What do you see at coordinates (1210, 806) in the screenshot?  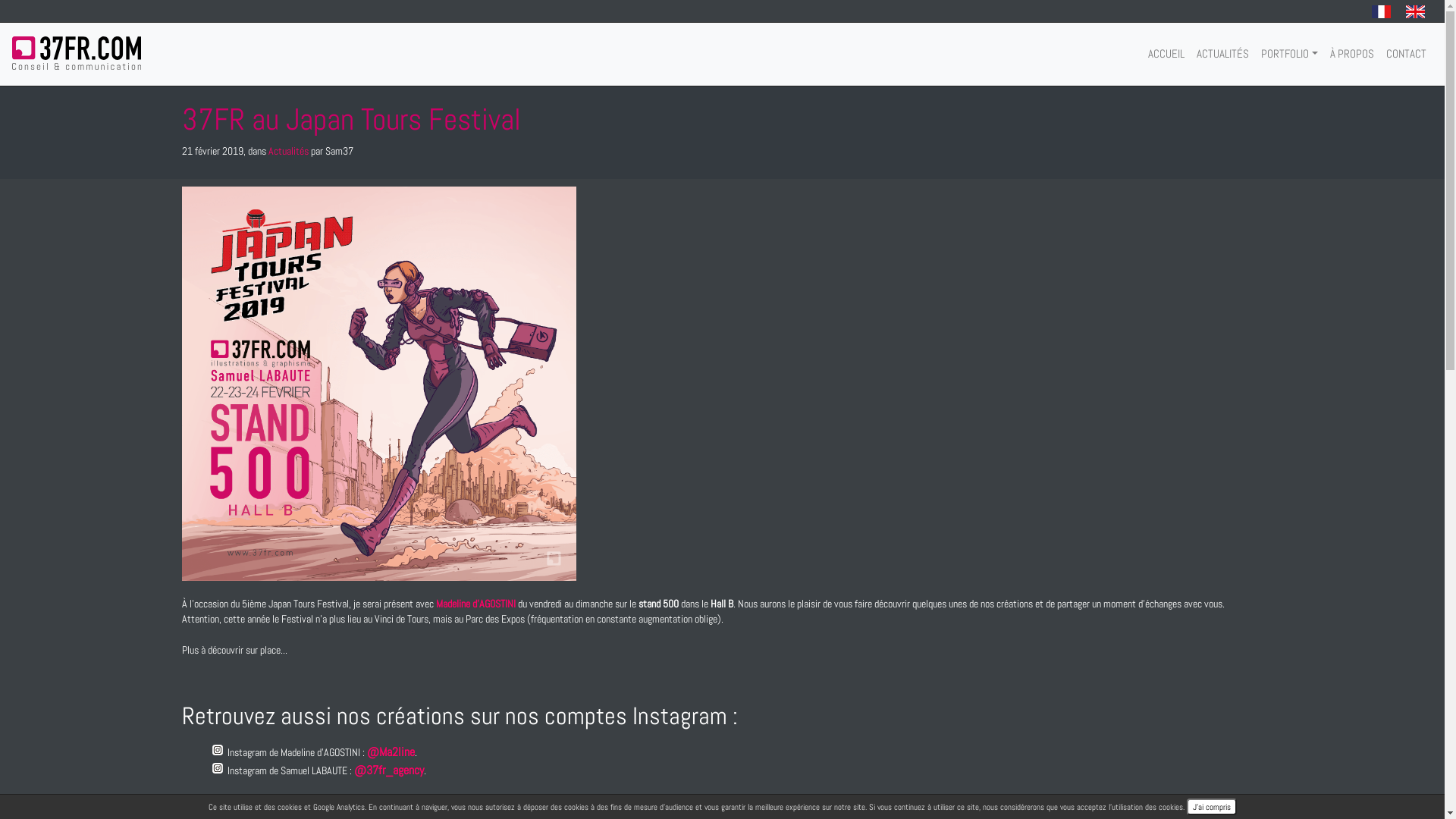 I see `'J'ai compris'` at bounding box center [1210, 806].